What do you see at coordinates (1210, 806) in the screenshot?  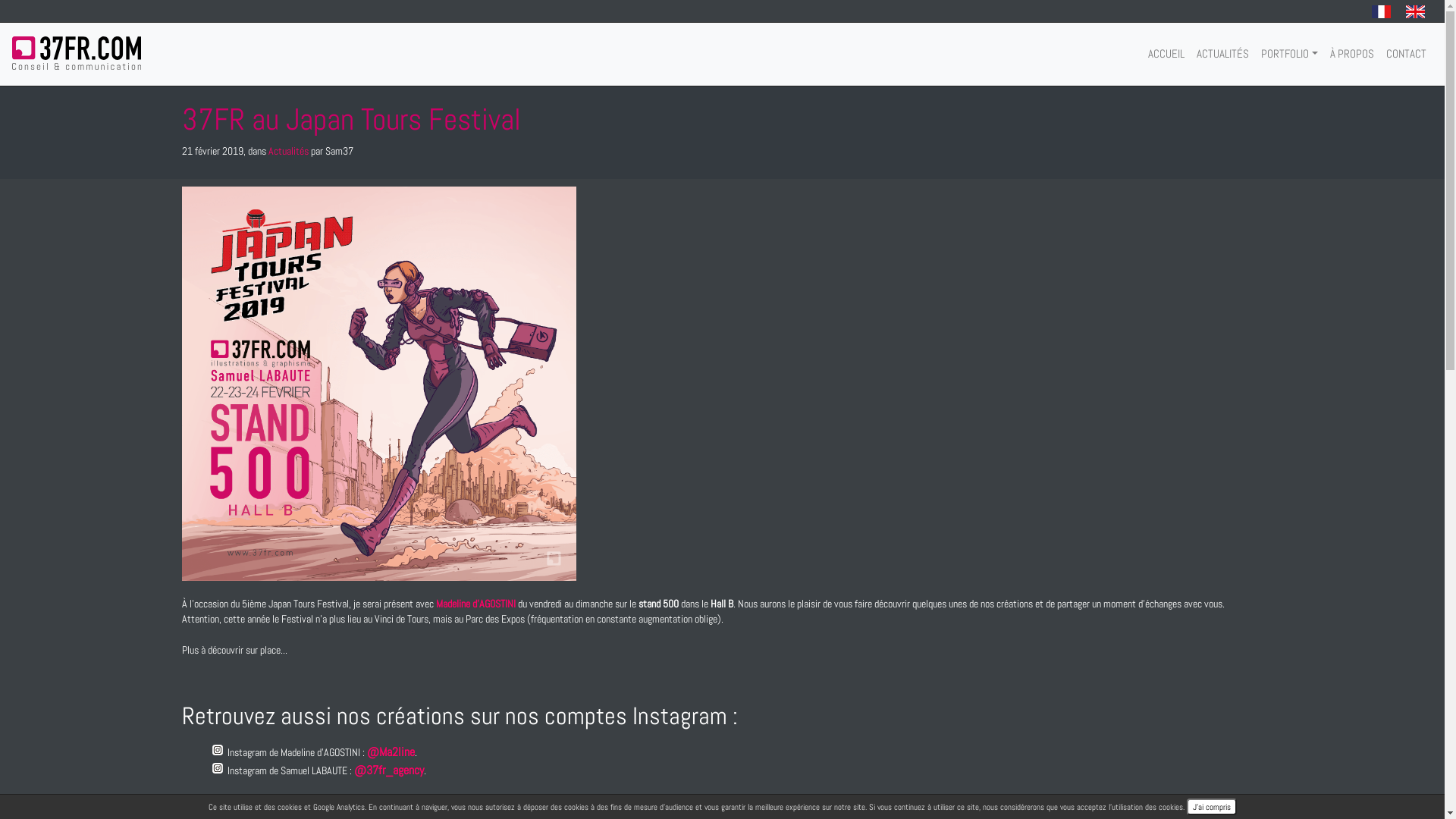 I see `'J'ai compris'` at bounding box center [1210, 806].